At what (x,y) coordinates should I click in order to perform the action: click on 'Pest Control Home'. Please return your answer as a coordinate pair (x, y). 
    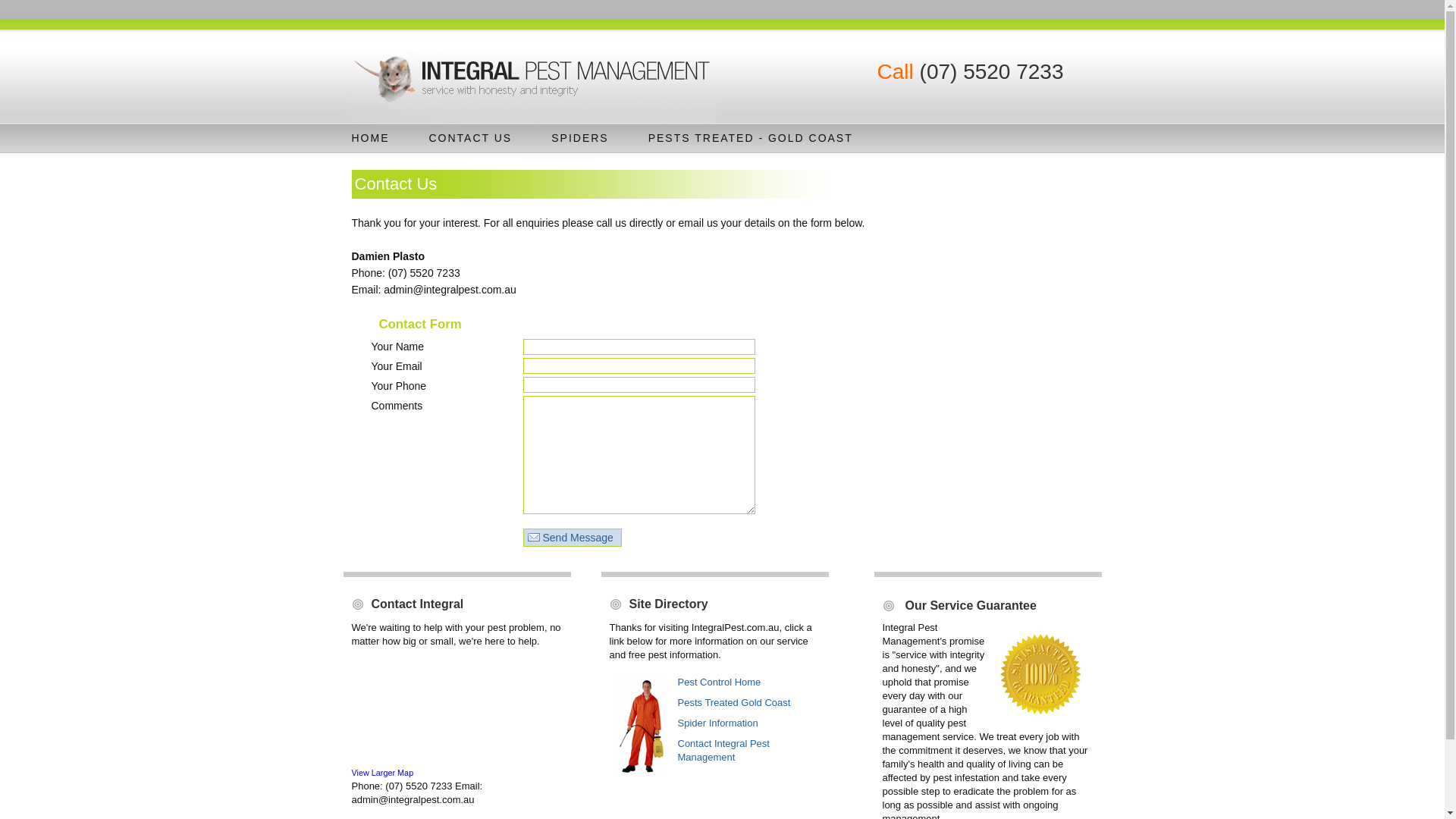
    Looking at the image, I should click on (676, 681).